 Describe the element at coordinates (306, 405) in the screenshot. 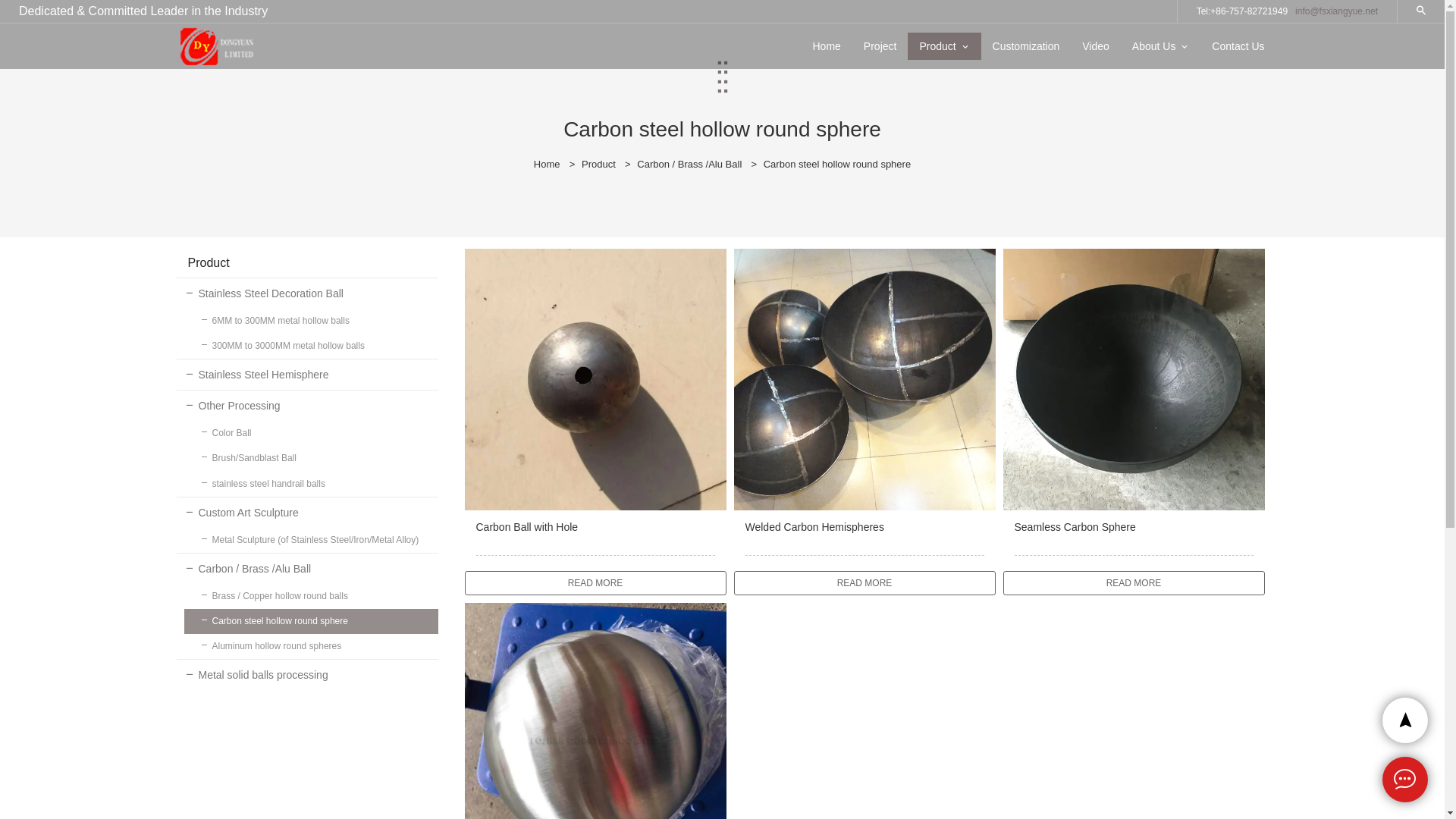

I see `'Other Processing'` at that location.